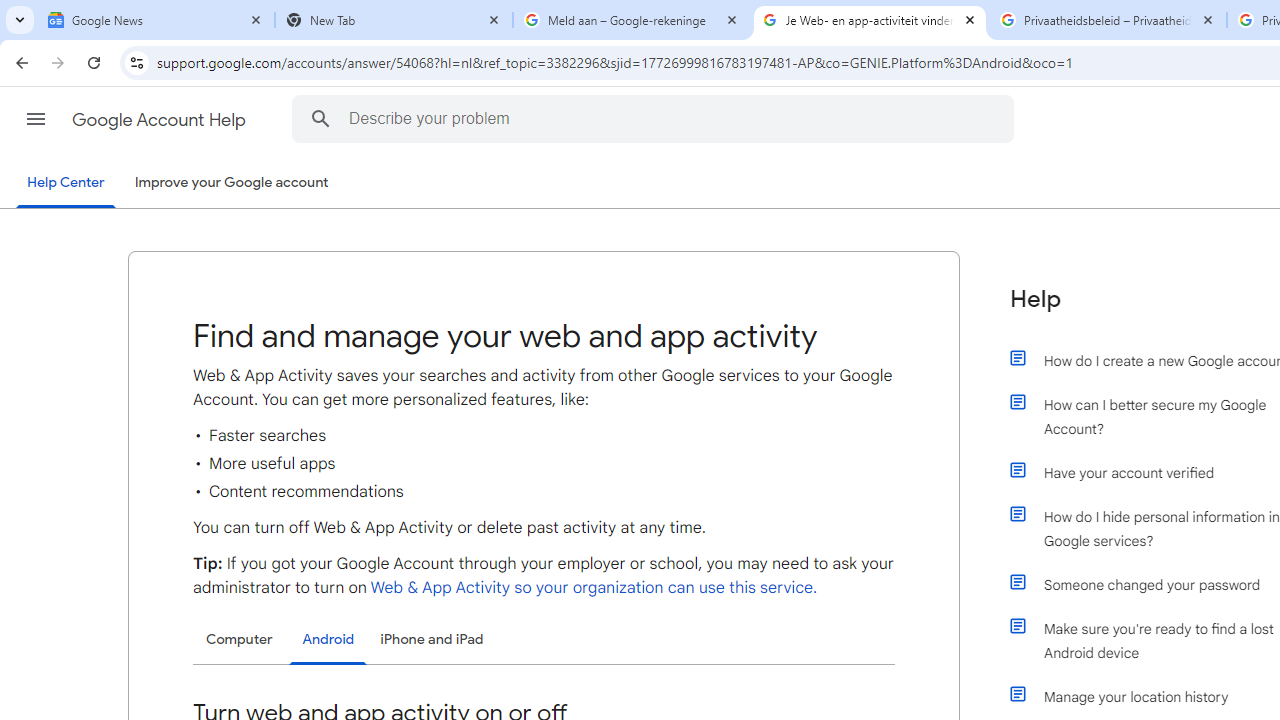  What do you see at coordinates (35, 119) in the screenshot?
I see `'Main menu'` at bounding box center [35, 119].